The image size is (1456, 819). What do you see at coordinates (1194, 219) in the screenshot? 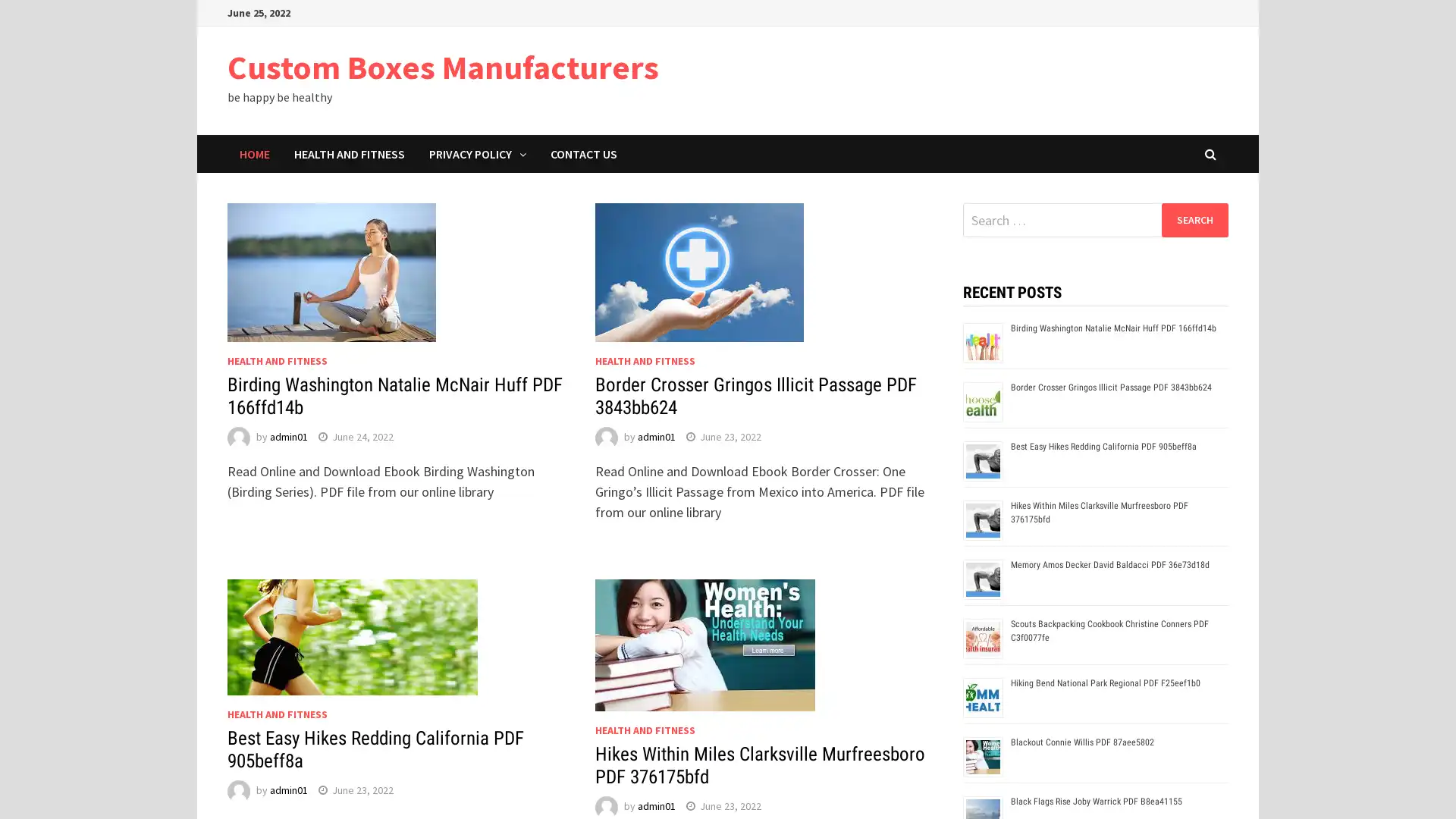
I see `Search` at bounding box center [1194, 219].